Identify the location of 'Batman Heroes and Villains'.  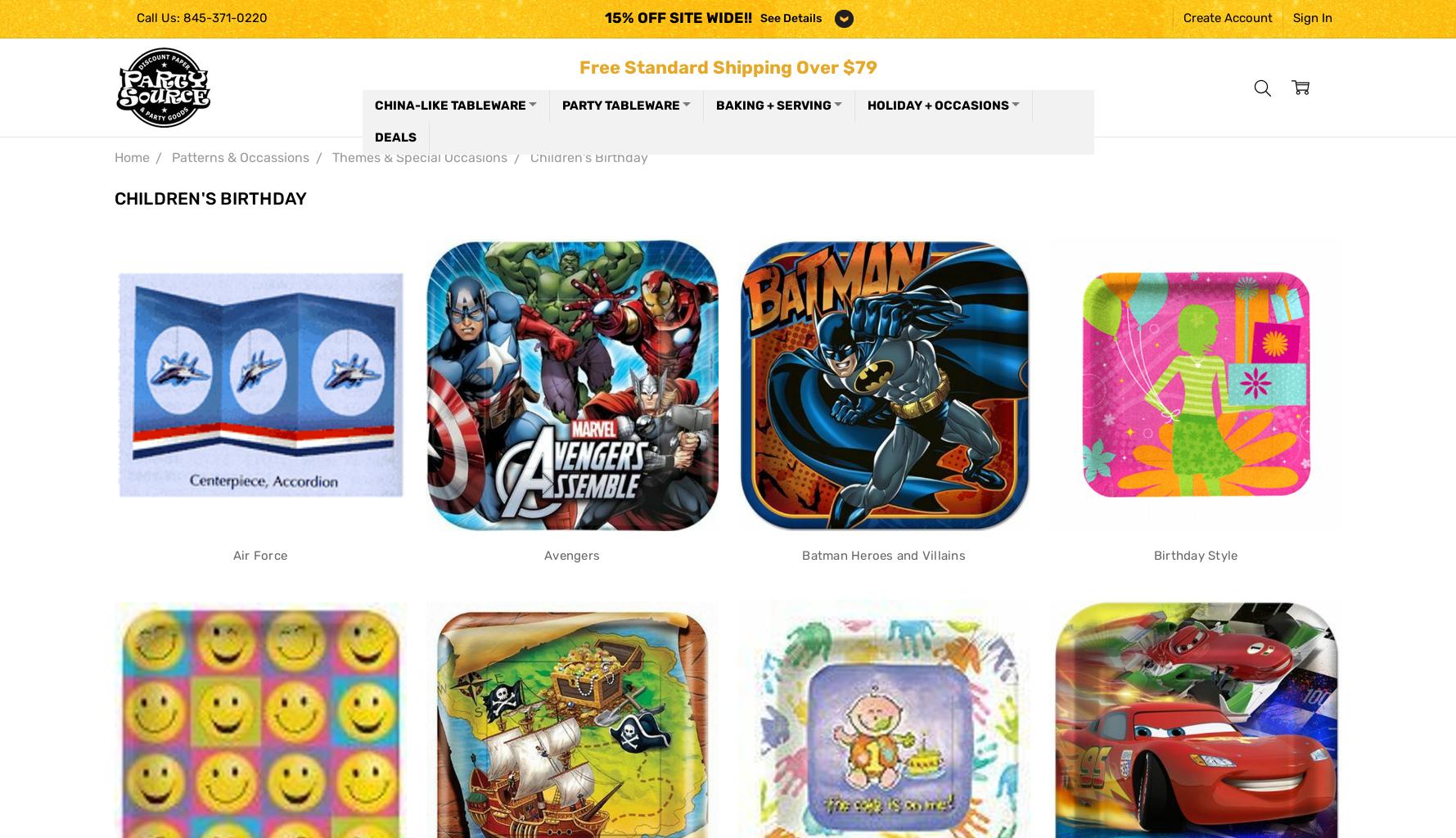
(882, 553).